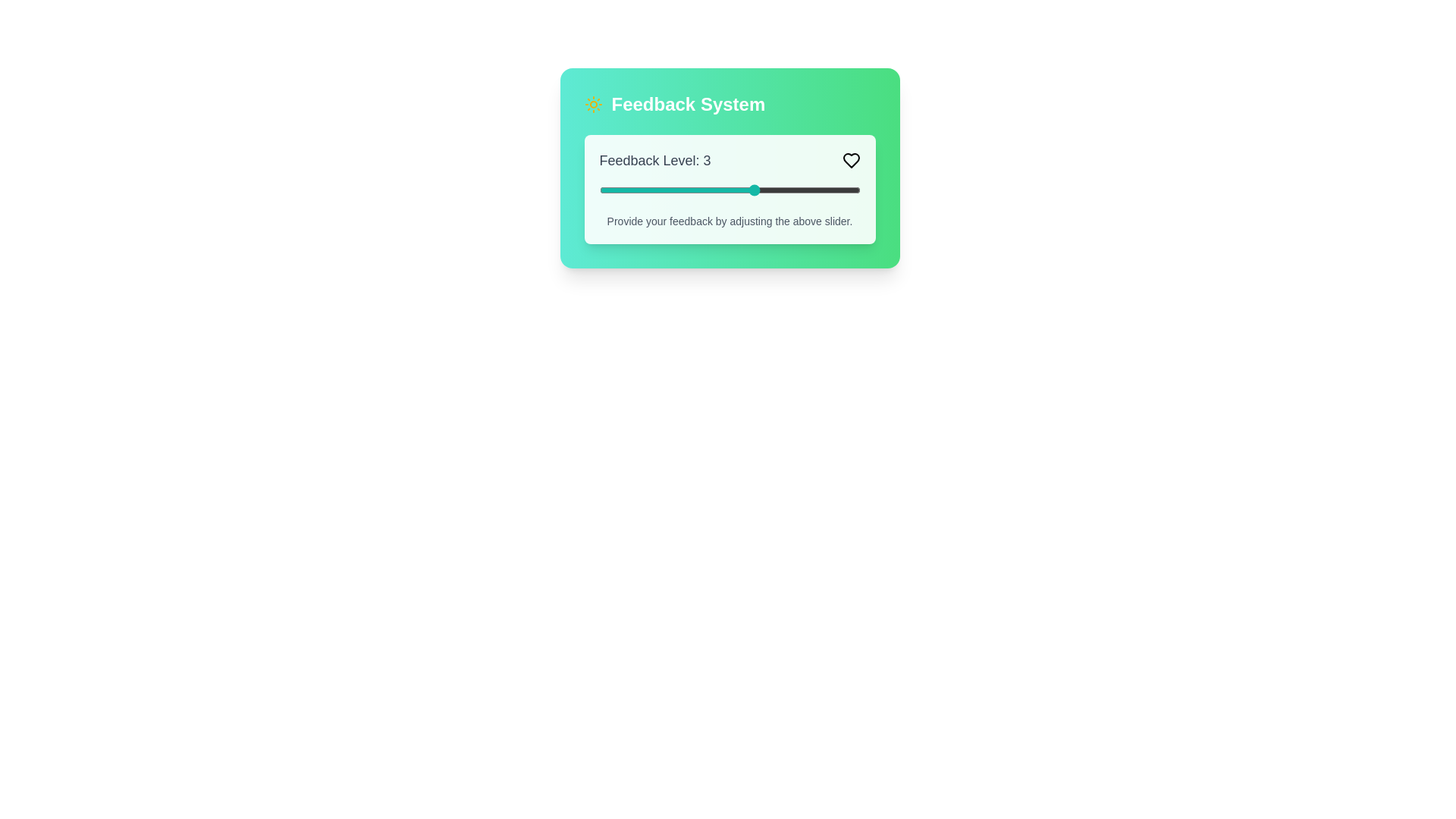 The image size is (1456, 819). I want to click on the feedback slider to set the feedback level to 3, so click(755, 189).